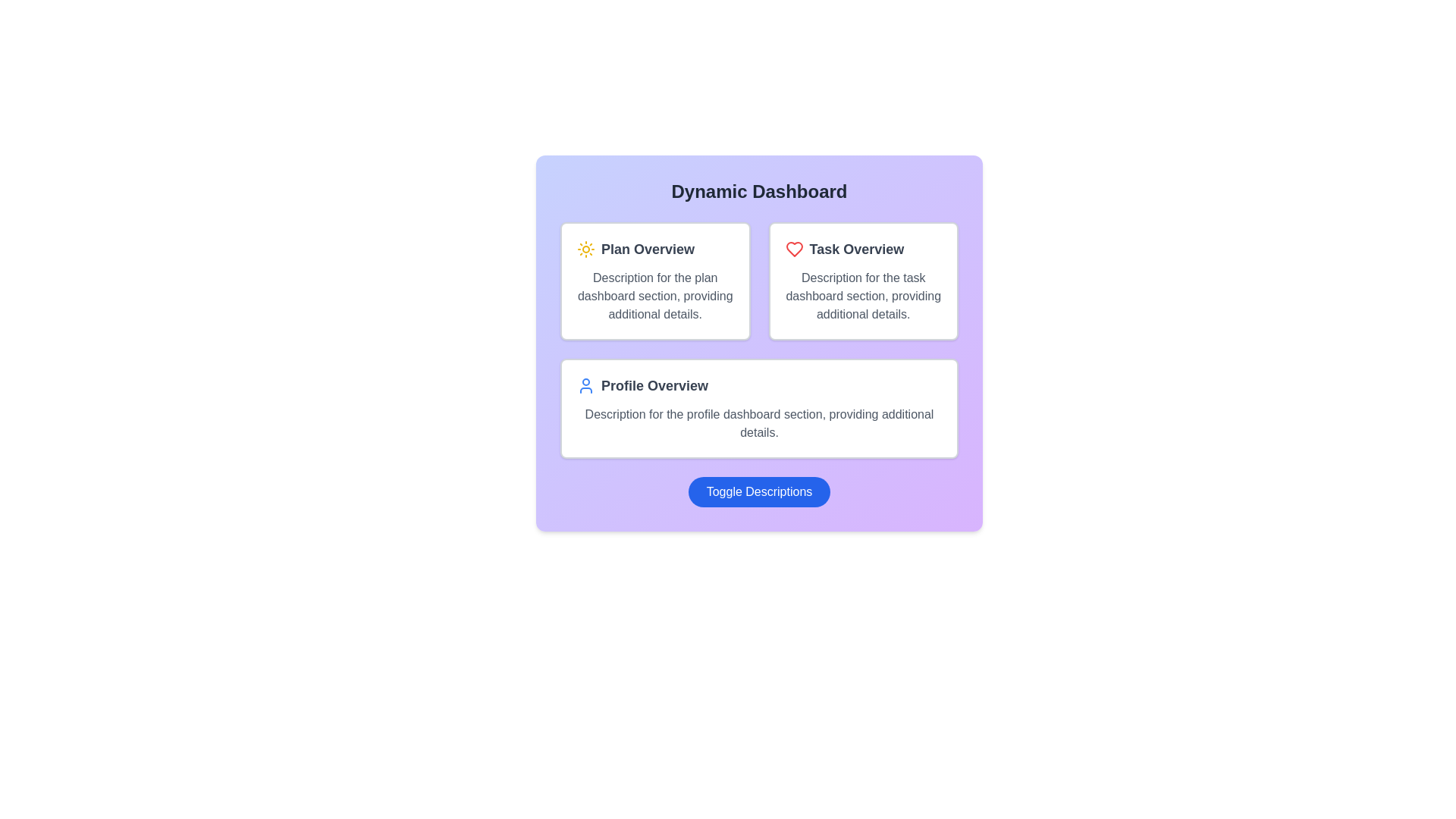 The image size is (1456, 819). What do you see at coordinates (648, 248) in the screenshot?
I see `the bold text label reading 'Plan Overview' which is prominently displayed in dark gray within the top-left card of the grid` at bounding box center [648, 248].